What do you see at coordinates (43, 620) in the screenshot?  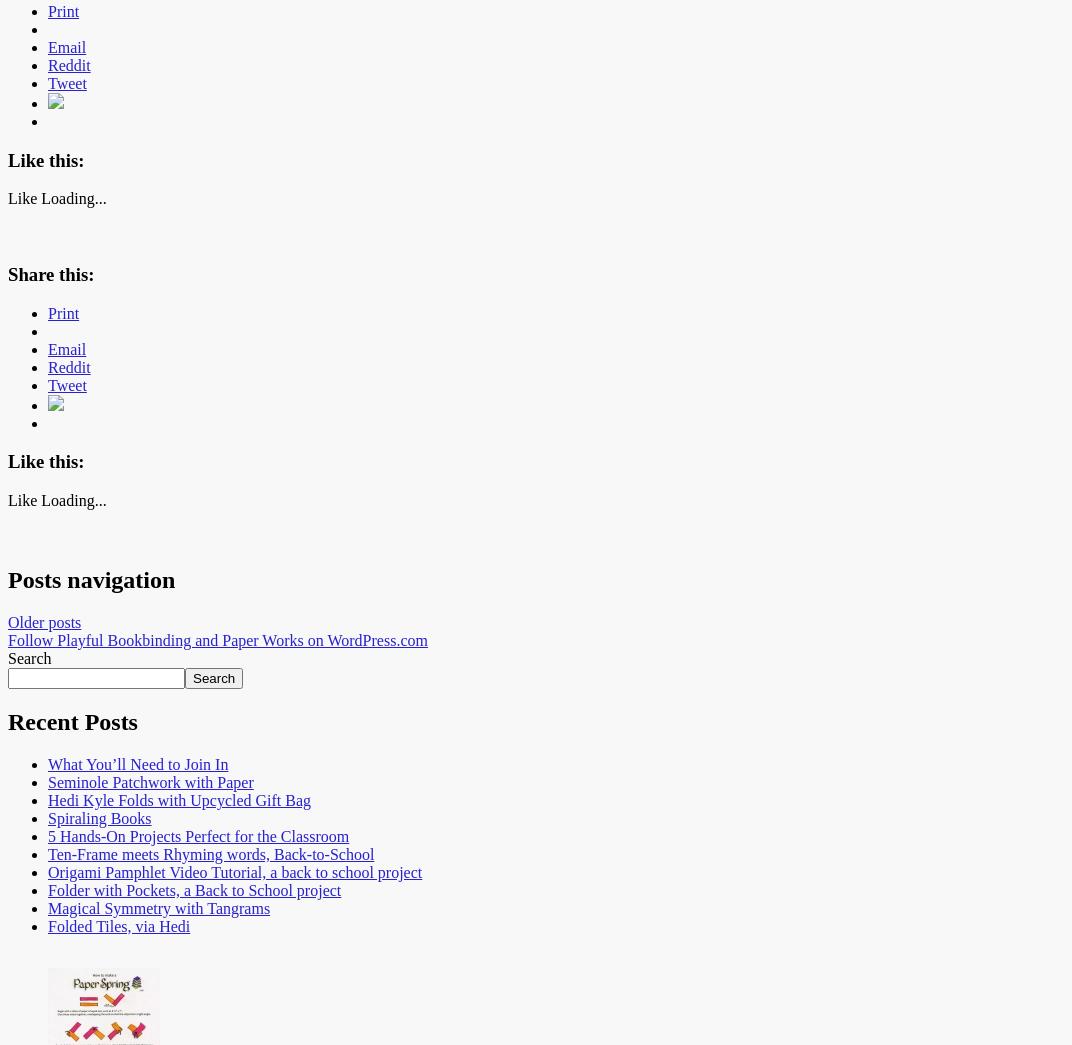 I see `'Older posts'` at bounding box center [43, 620].